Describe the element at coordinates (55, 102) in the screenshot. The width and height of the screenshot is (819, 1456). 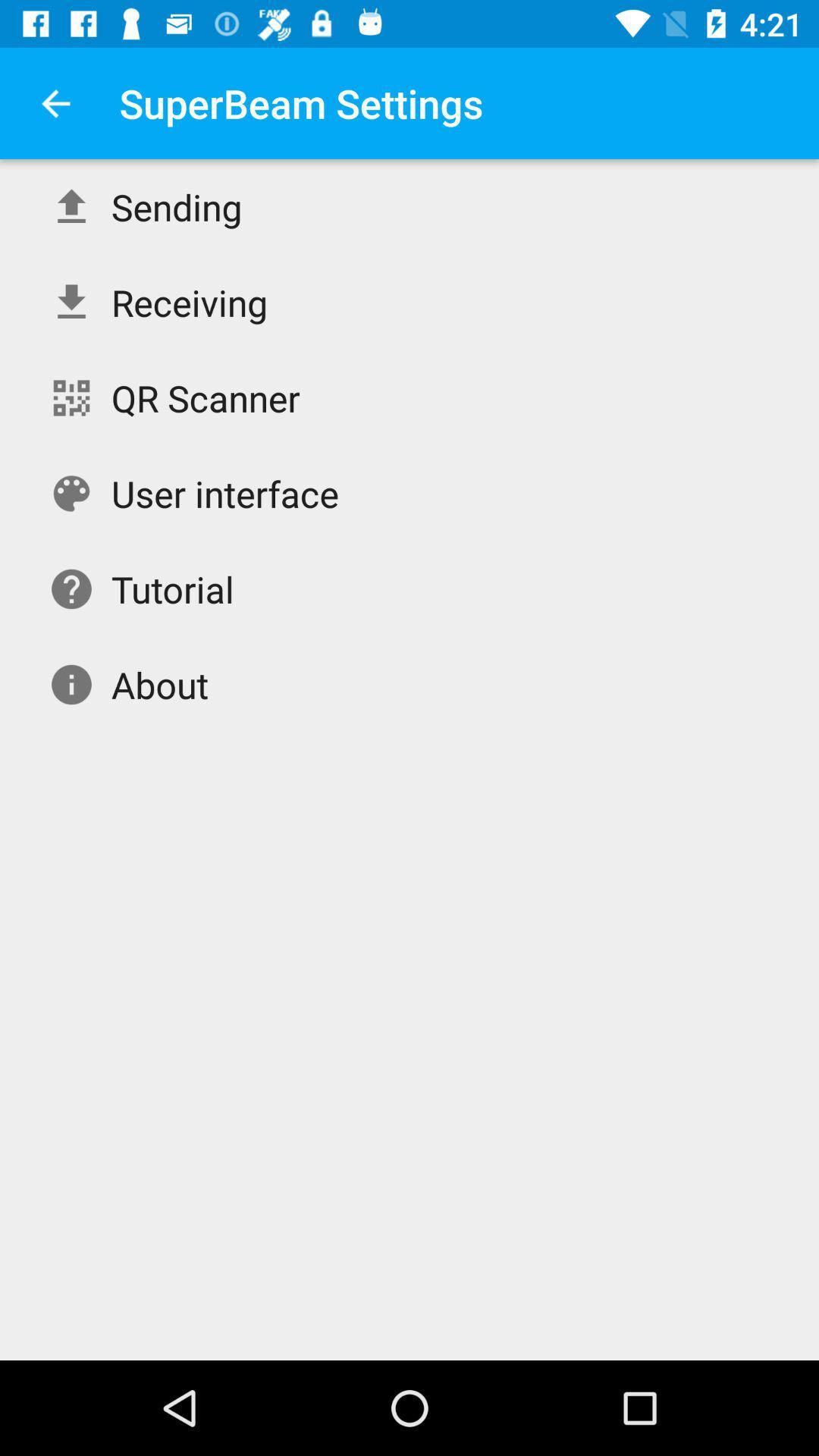
I see `item to the left of superbeam settings` at that location.